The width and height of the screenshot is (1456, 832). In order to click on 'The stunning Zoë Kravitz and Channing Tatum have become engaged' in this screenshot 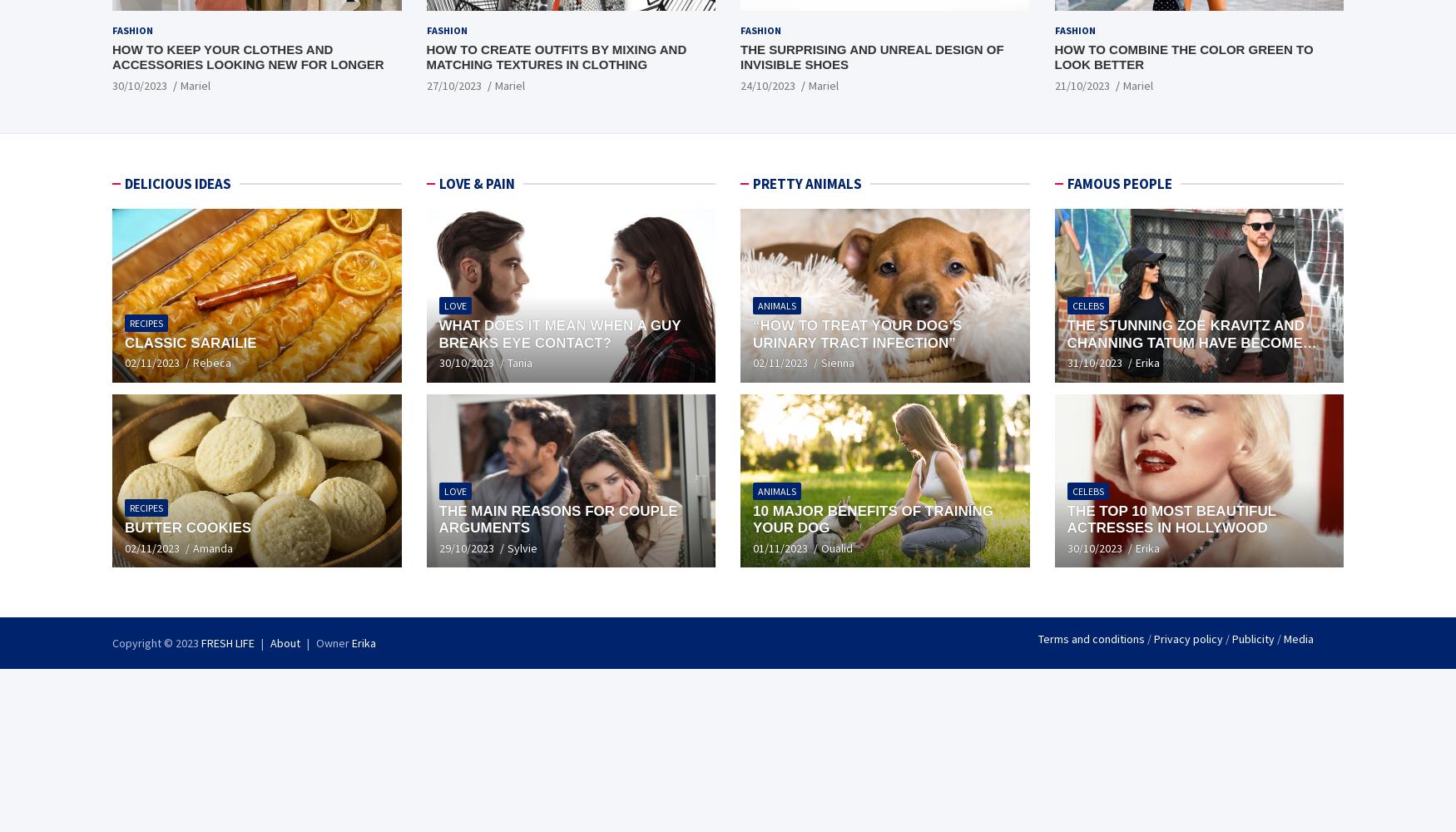, I will do `click(1184, 343)`.